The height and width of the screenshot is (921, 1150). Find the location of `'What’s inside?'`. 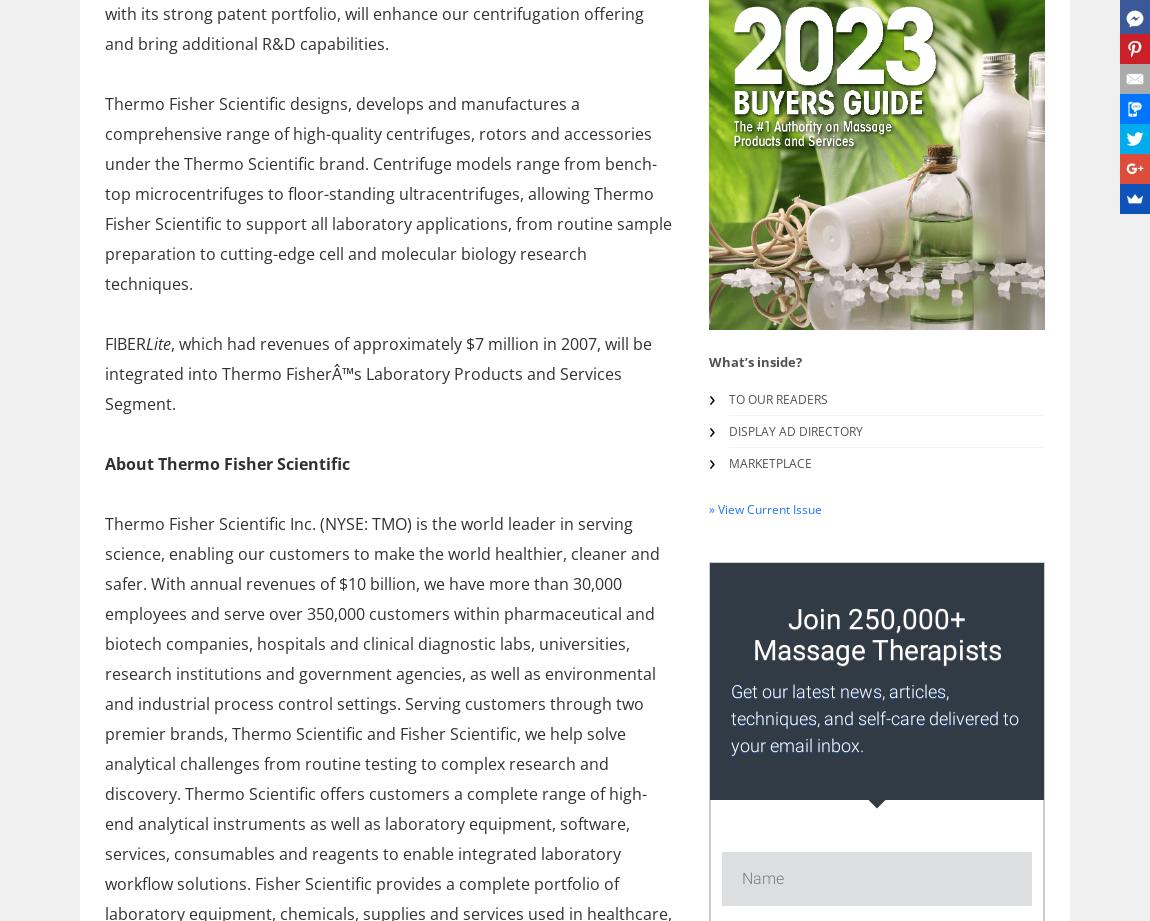

'What’s inside?' is located at coordinates (754, 361).